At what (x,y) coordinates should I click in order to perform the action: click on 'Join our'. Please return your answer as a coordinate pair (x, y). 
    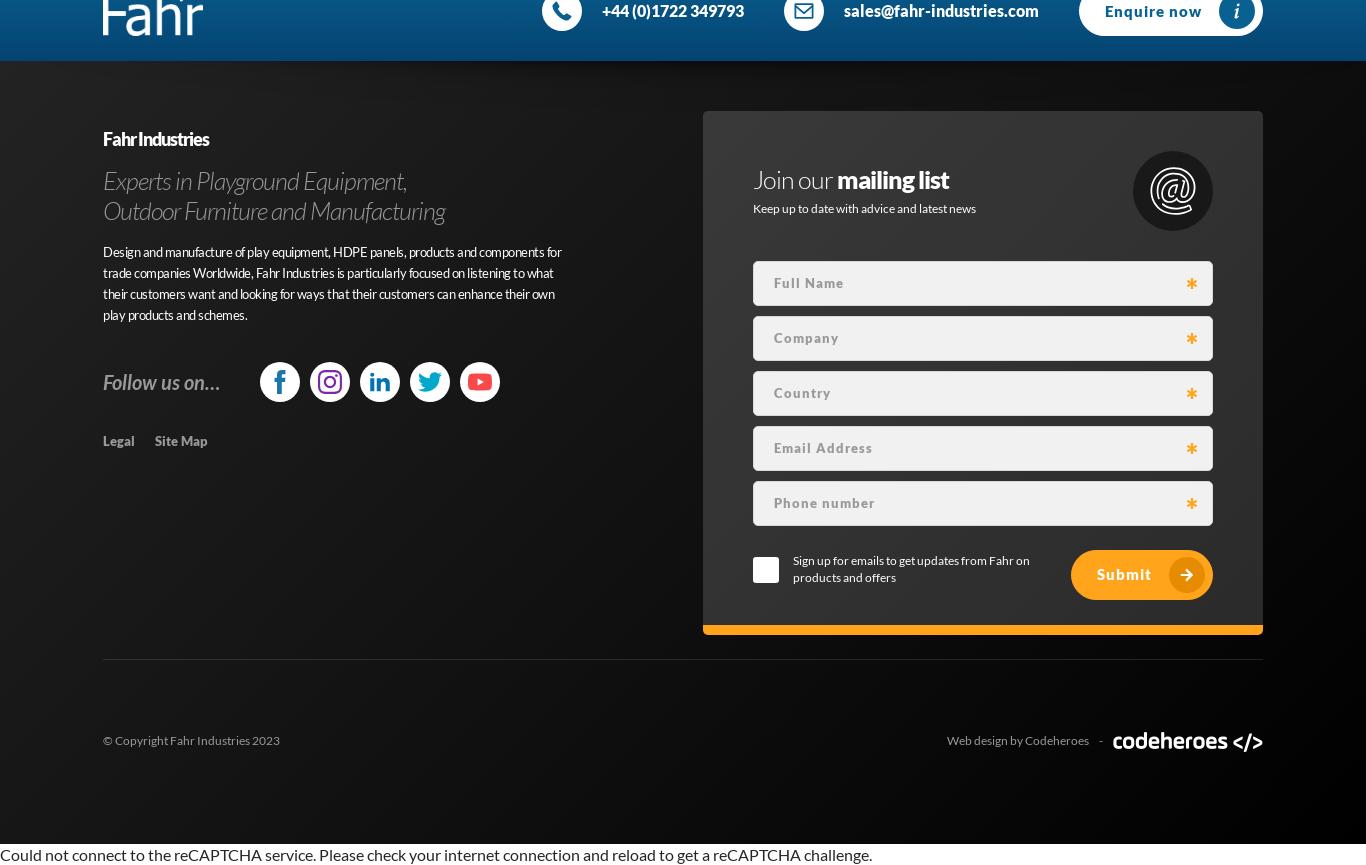
    Looking at the image, I should click on (795, 177).